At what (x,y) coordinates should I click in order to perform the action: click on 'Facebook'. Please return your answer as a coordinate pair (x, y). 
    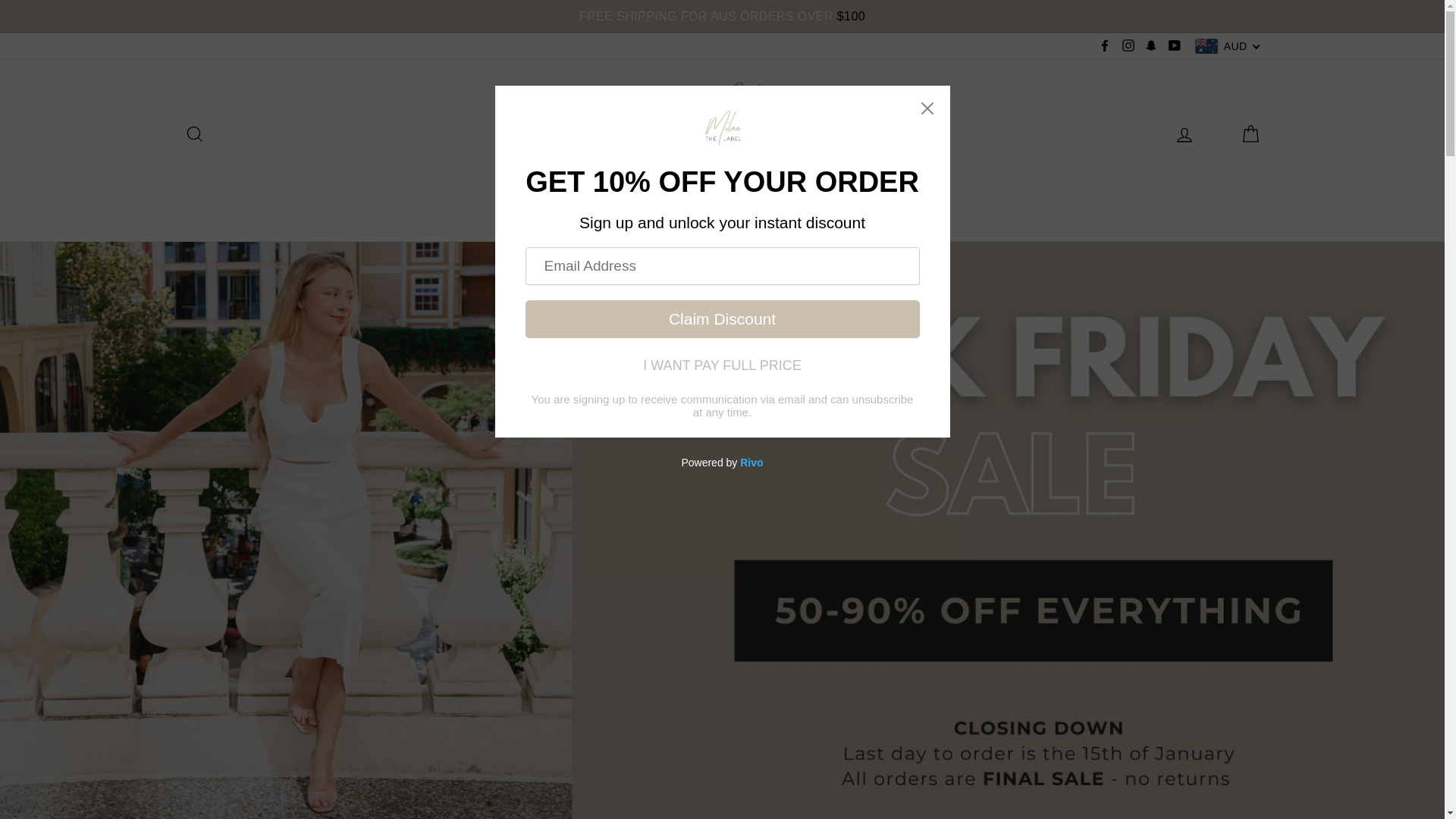
    Looking at the image, I should click on (1105, 45).